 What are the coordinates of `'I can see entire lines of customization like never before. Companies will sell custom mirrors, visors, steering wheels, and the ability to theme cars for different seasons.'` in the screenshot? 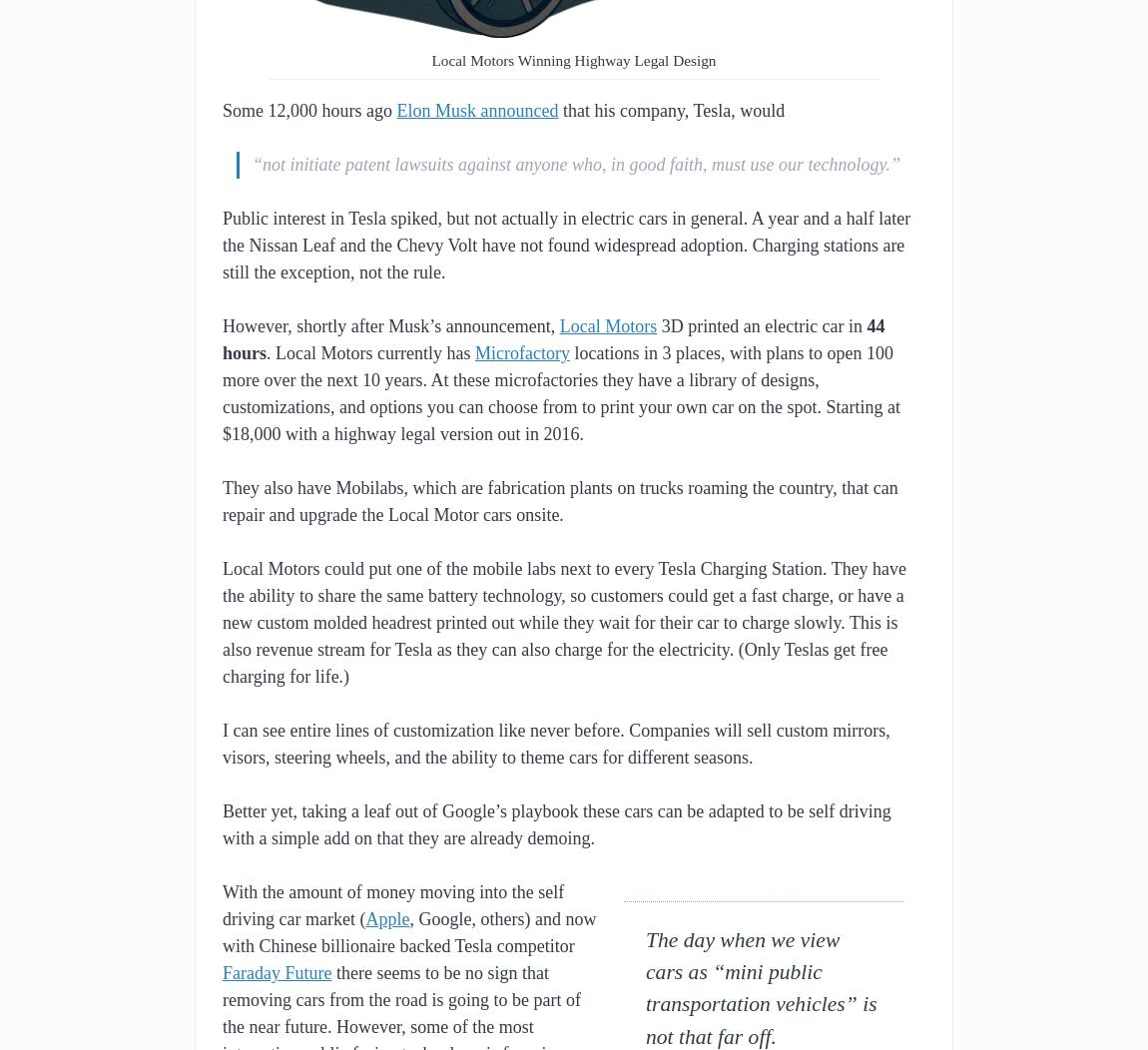 It's located at (555, 744).